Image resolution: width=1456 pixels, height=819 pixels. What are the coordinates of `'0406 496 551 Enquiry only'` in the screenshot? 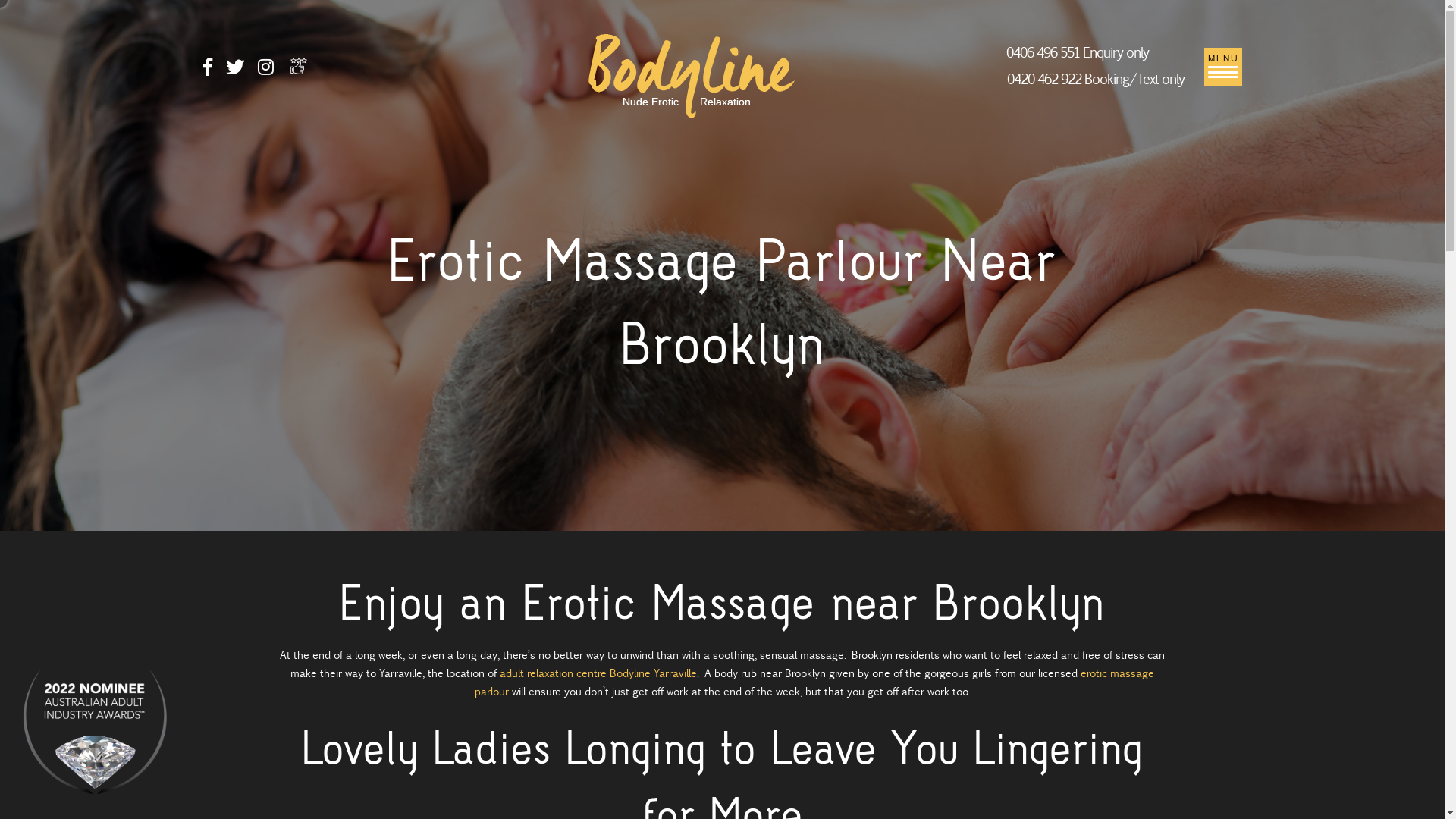 It's located at (1006, 52).